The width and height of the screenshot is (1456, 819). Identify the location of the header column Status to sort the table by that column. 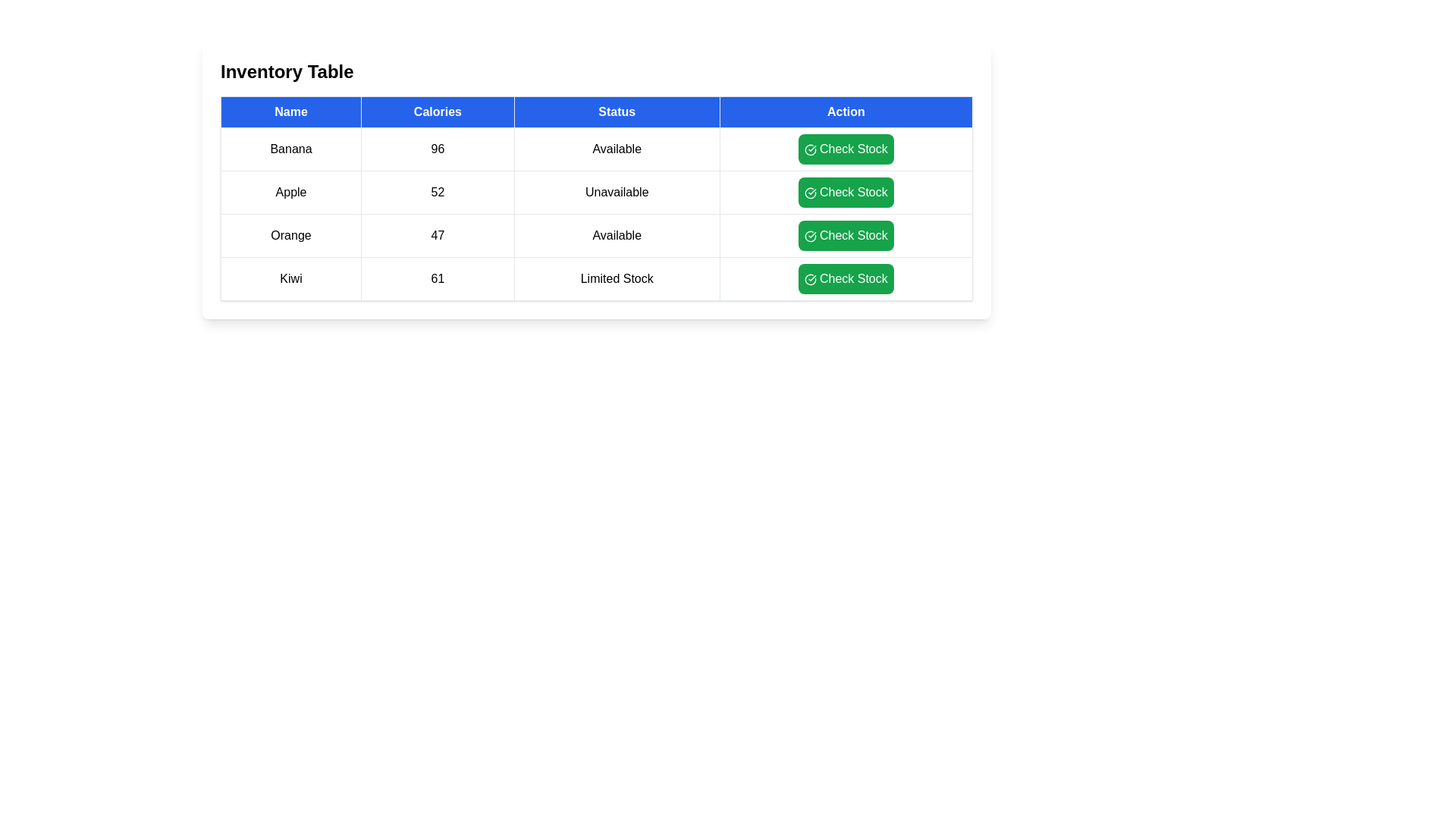
(616, 111).